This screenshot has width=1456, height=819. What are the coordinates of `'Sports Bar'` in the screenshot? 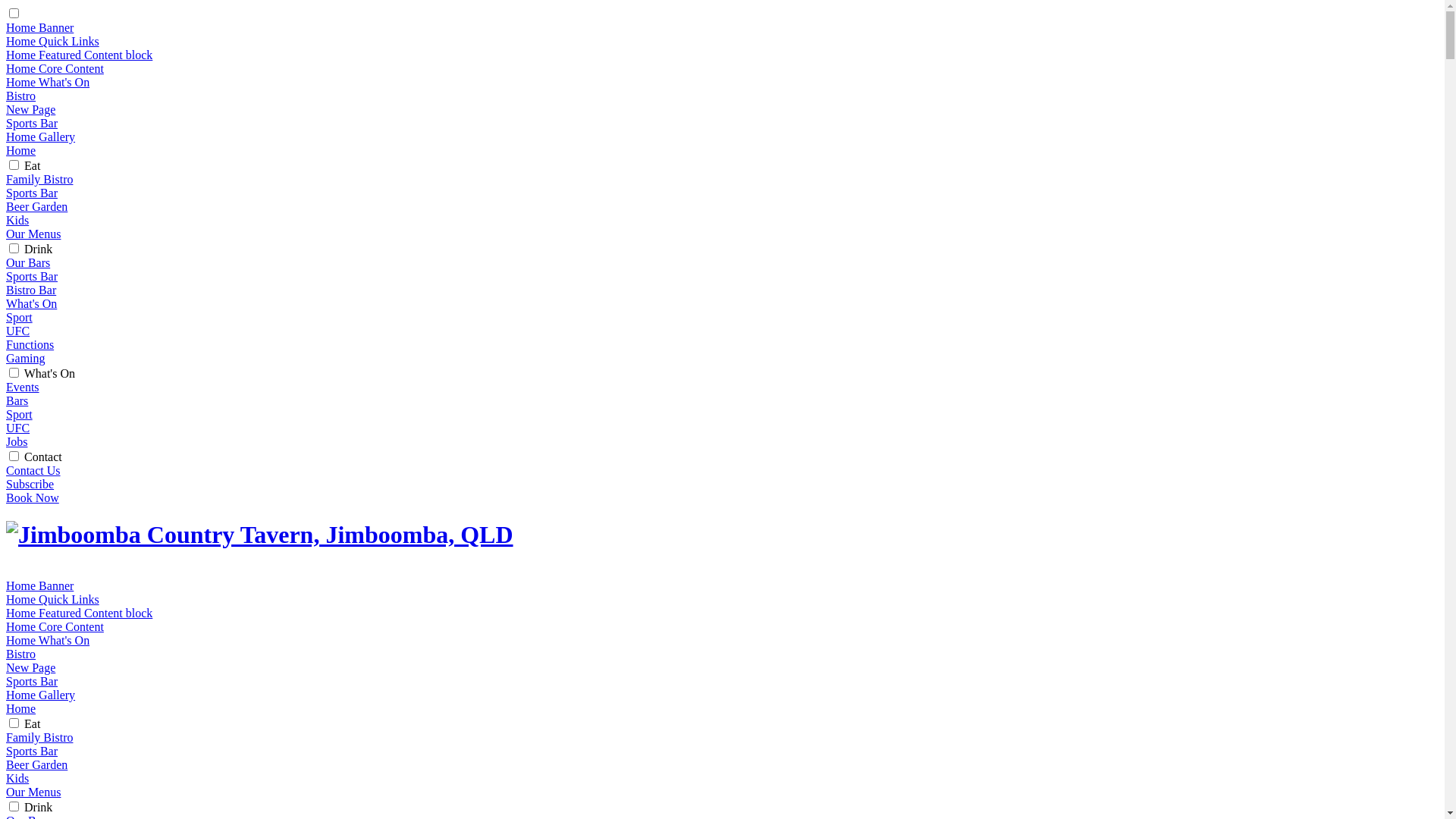 It's located at (6, 122).